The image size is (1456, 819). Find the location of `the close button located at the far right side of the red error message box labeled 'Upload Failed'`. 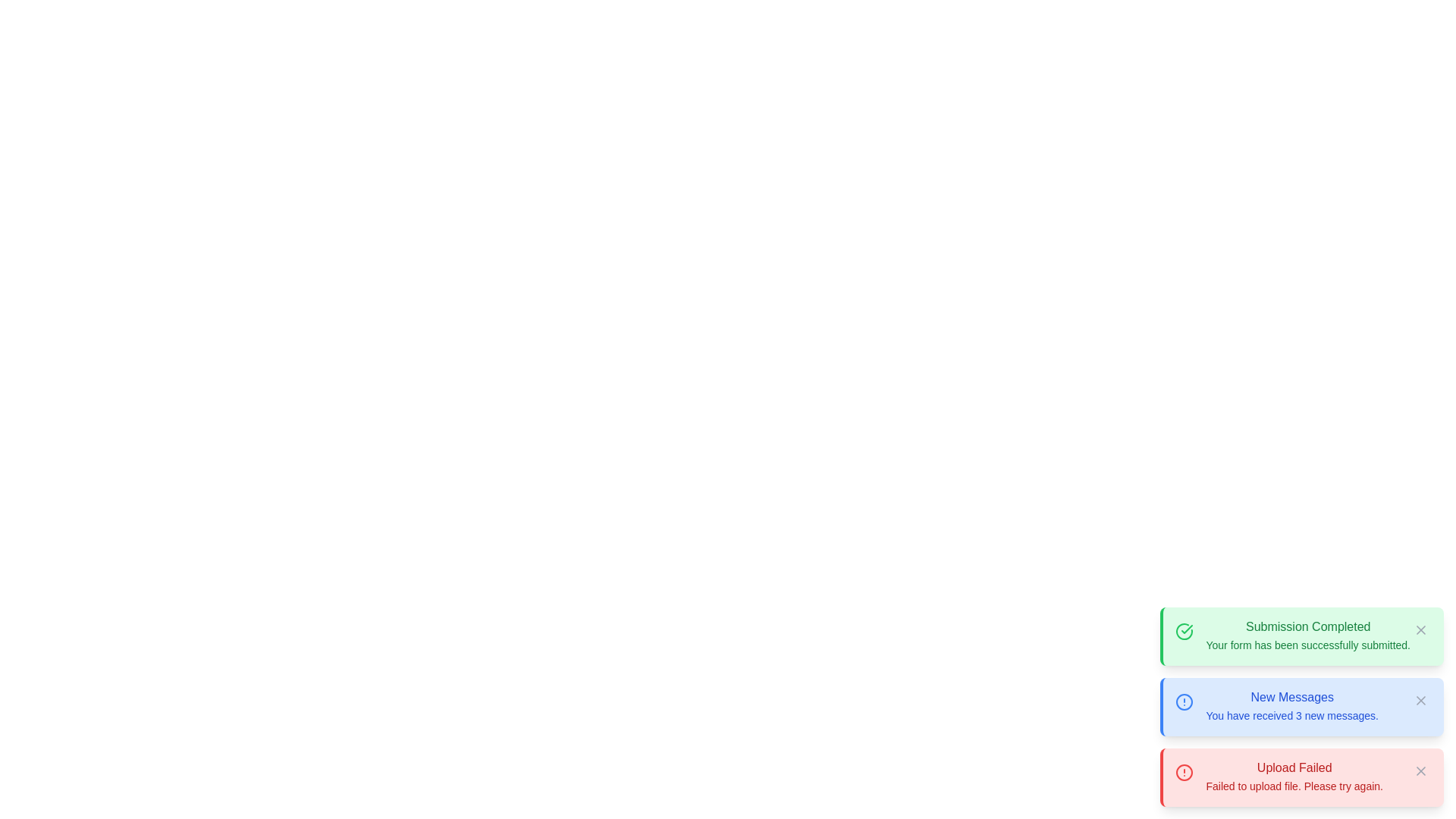

the close button located at the far right side of the red error message box labeled 'Upload Failed' is located at coordinates (1420, 771).